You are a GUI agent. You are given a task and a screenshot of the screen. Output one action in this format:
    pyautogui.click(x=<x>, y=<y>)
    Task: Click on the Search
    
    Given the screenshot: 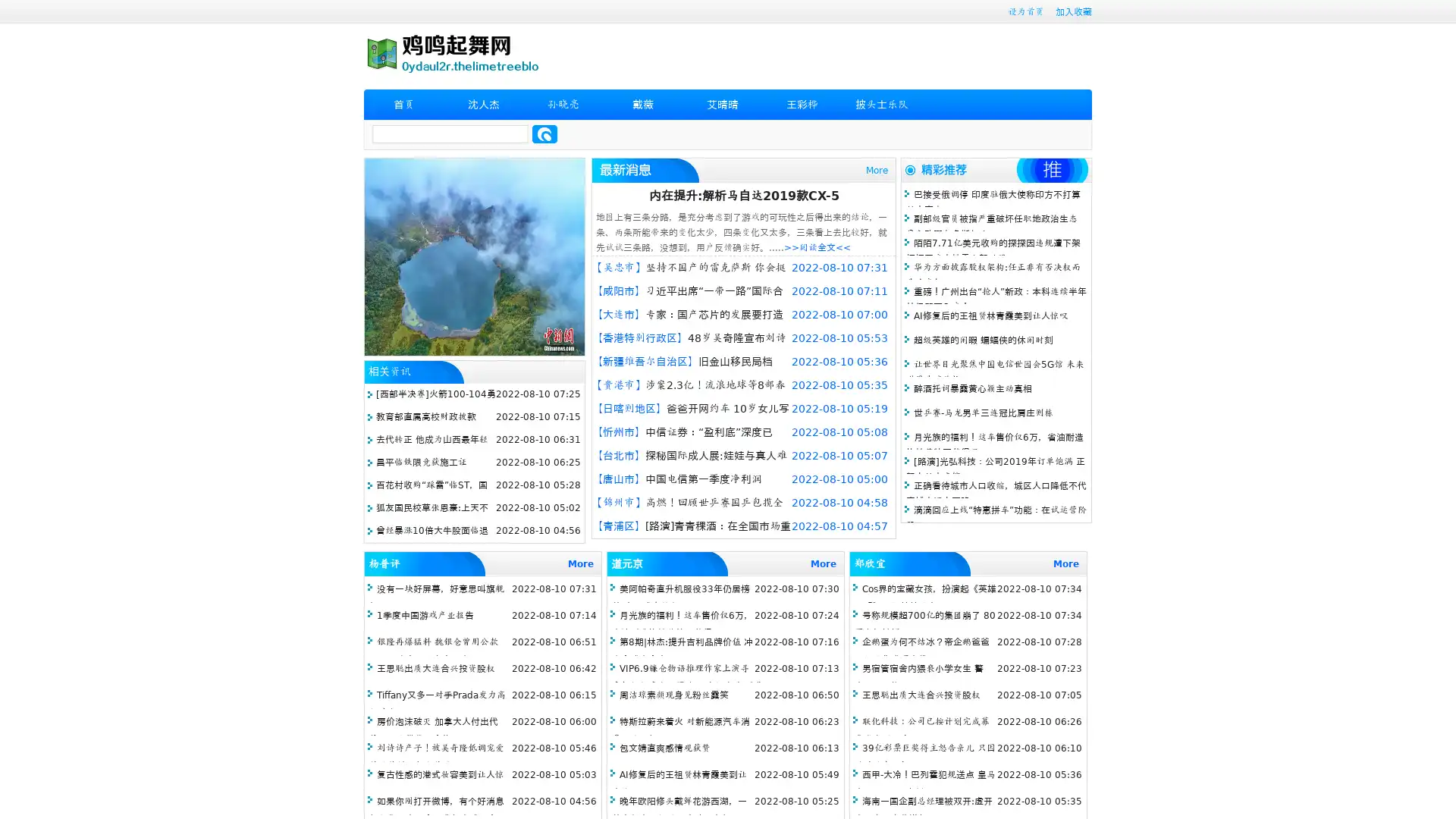 What is the action you would take?
    pyautogui.click(x=544, y=133)
    